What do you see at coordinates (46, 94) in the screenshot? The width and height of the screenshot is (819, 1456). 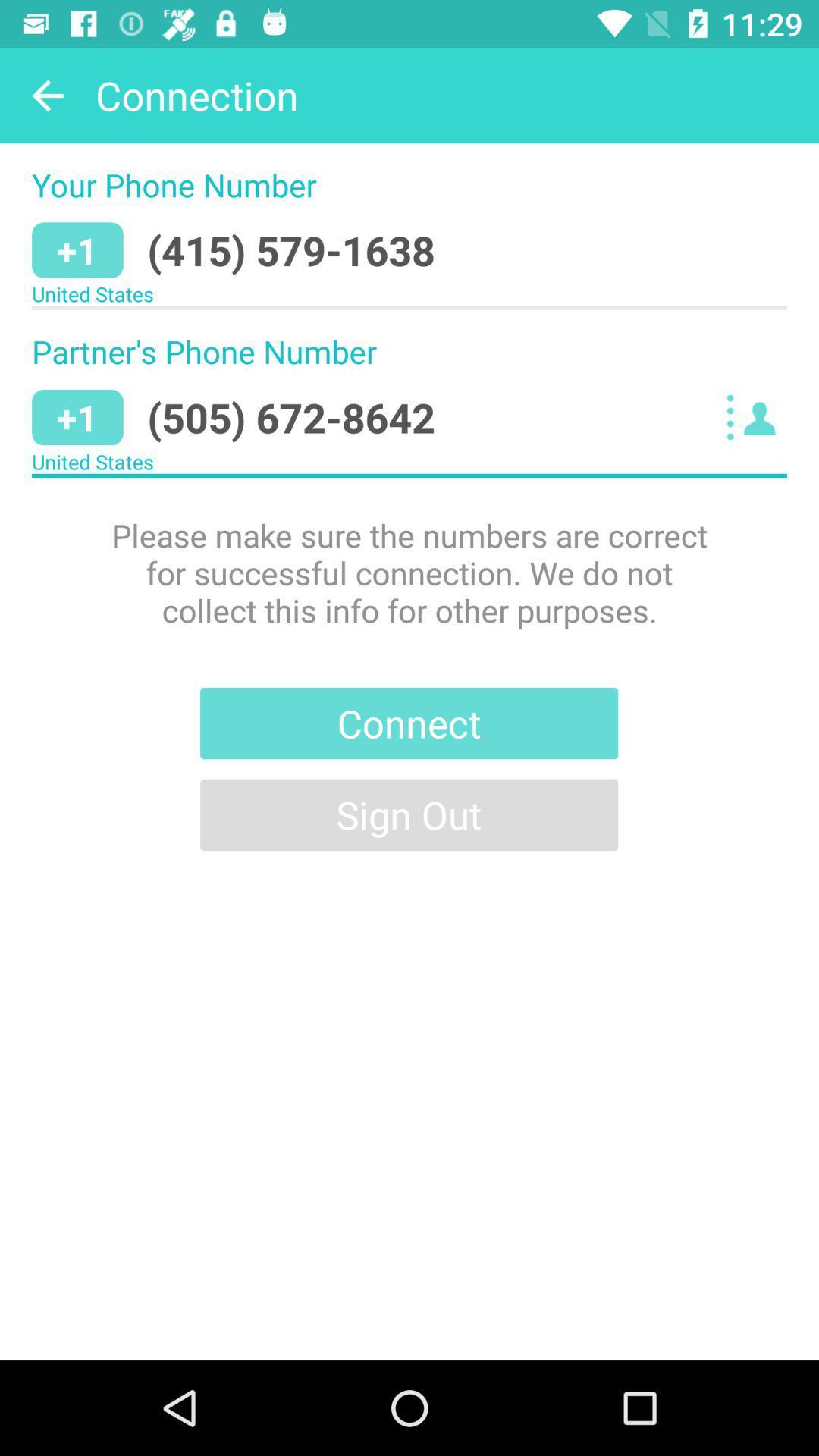 I see `icon above the your phone number item` at bounding box center [46, 94].